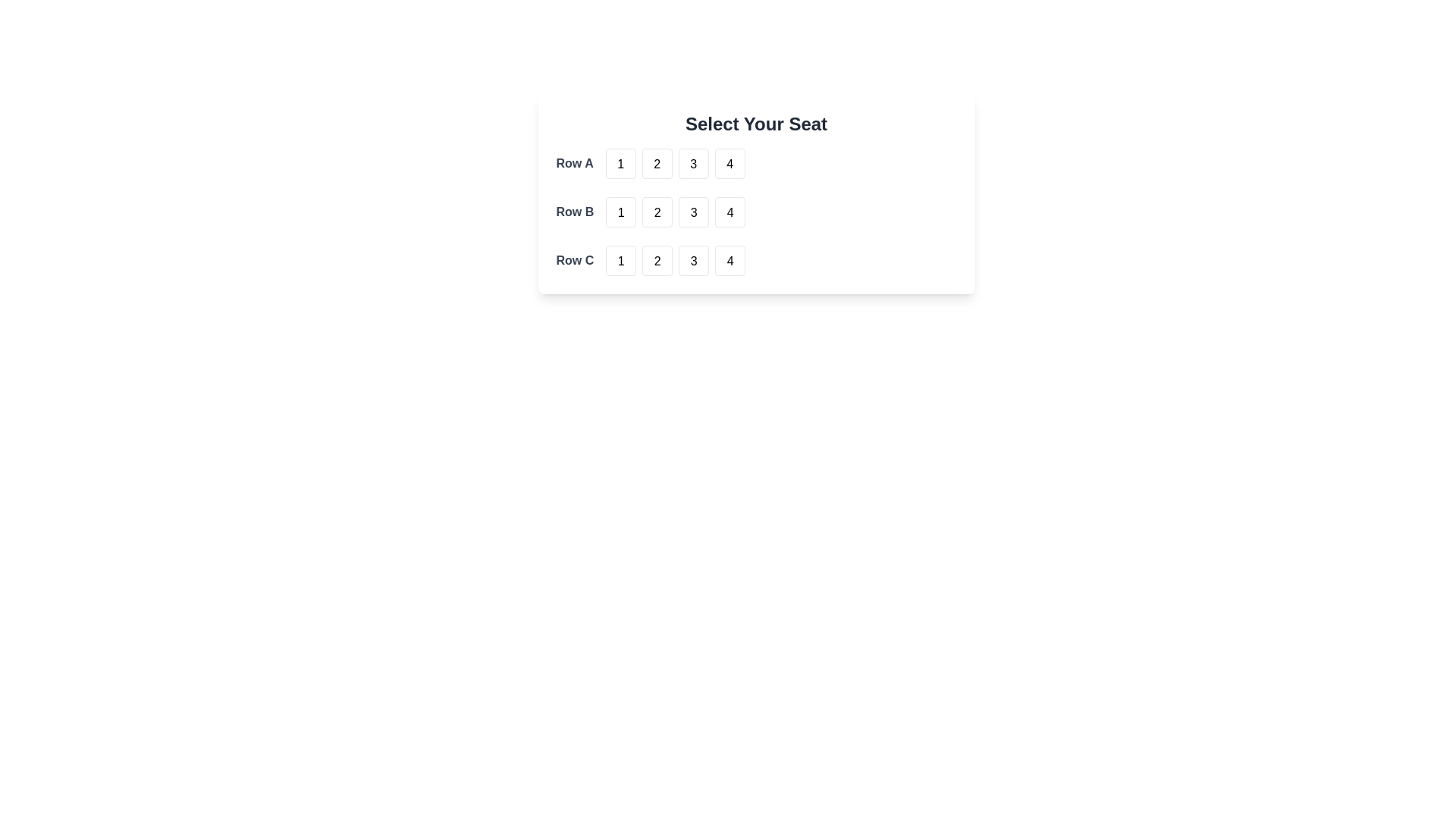 This screenshot has width=1456, height=819. What do you see at coordinates (675, 259) in the screenshot?
I see `the second button labeled '2' in the row of interactive buttons under 'Row C' in the selection interface` at bounding box center [675, 259].